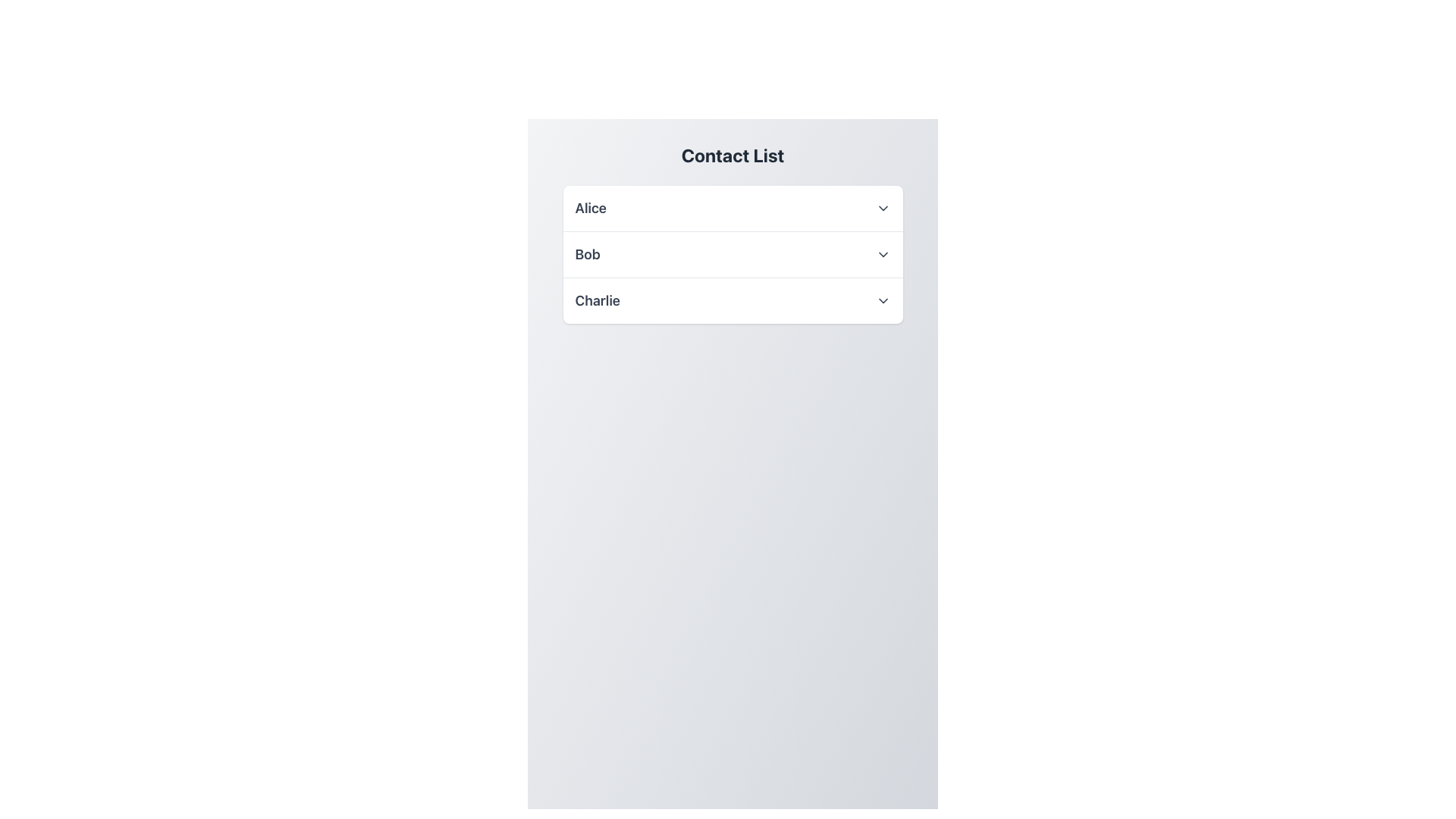 Image resolution: width=1456 pixels, height=819 pixels. Describe the element at coordinates (597, 301) in the screenshot. I see `the text label displaying 'Charlie' in the contact list, located in the third row to the left of an arrow icon` at that location.